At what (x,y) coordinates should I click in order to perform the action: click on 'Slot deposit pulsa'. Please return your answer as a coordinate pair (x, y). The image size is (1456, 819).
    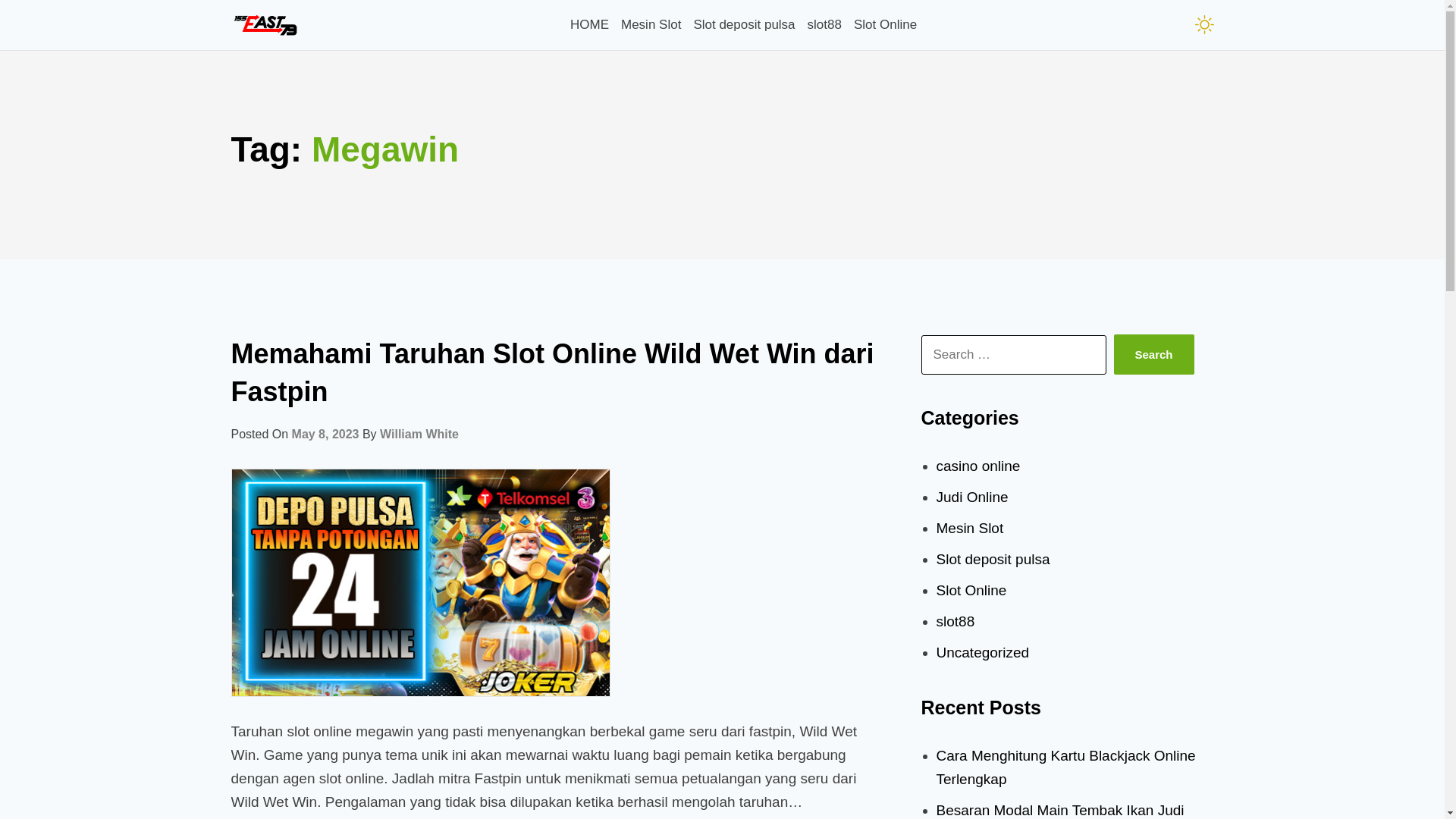
    Looking at the image, I should click on (993, 559).